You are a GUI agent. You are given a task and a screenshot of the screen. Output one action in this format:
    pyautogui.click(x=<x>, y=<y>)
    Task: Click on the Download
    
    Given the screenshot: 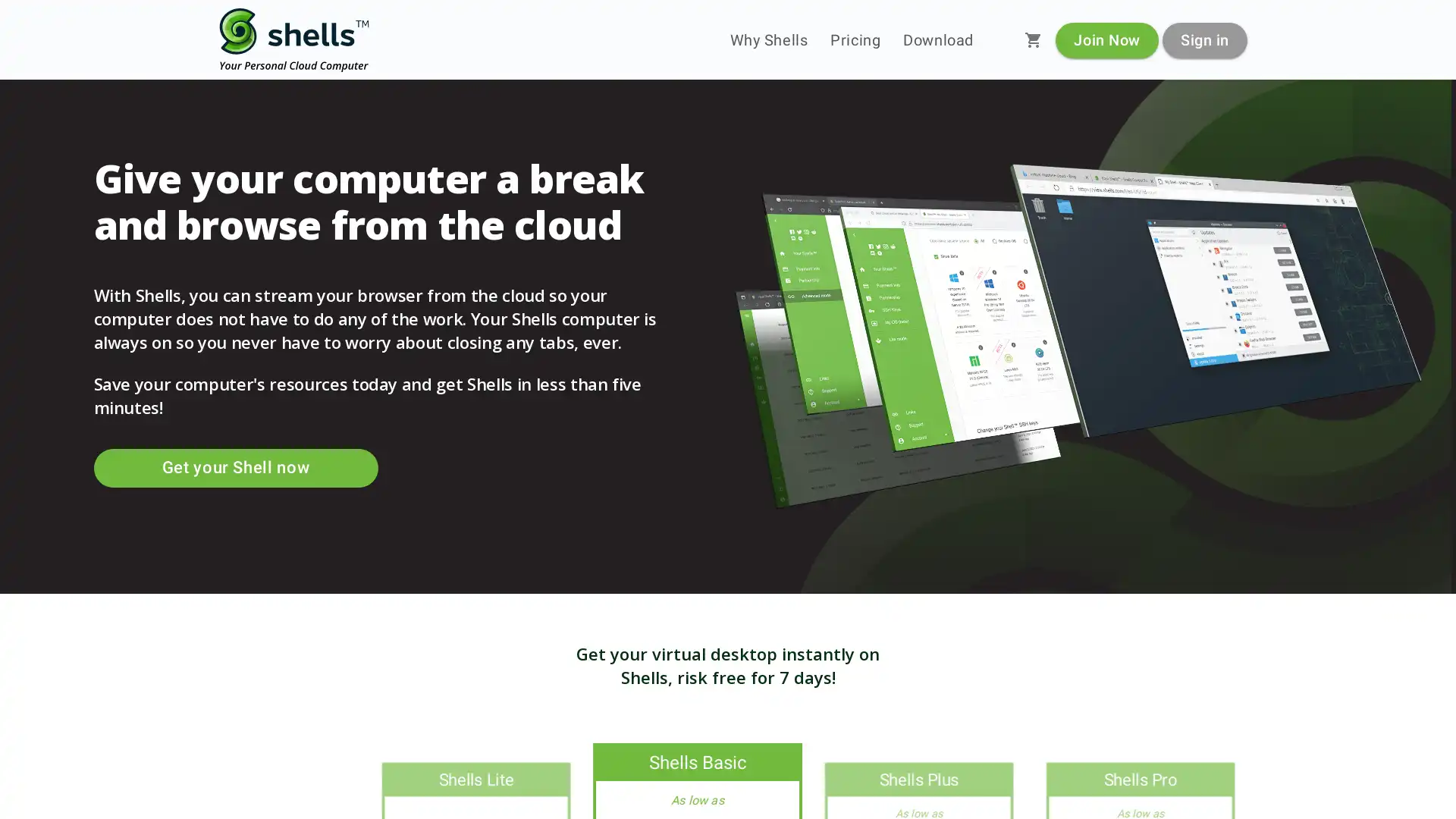 What is the action you would take?
    pyautogui.click(x=937, y=39)
    